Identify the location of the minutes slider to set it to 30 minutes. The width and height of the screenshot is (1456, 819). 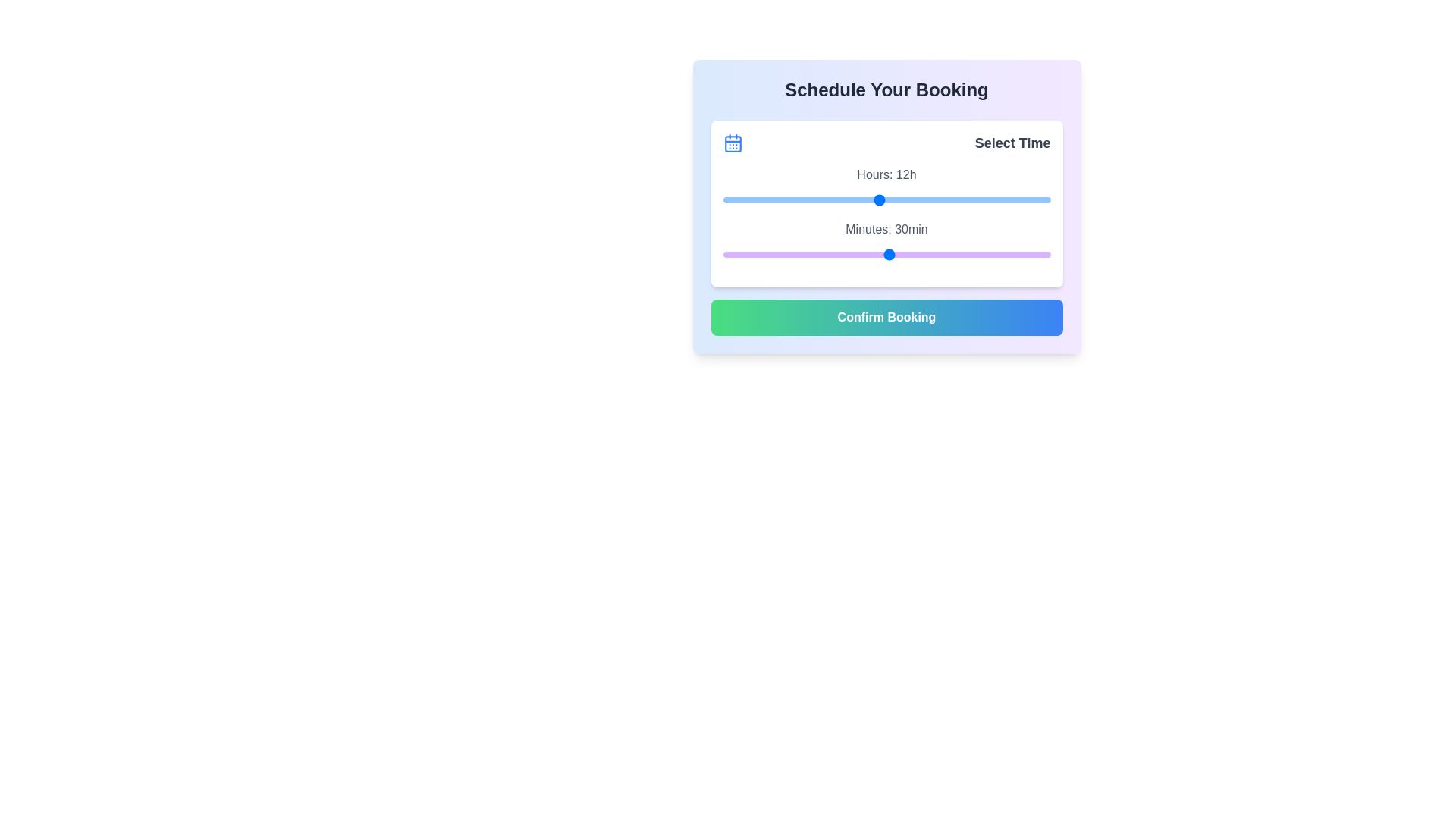
(890, 253).